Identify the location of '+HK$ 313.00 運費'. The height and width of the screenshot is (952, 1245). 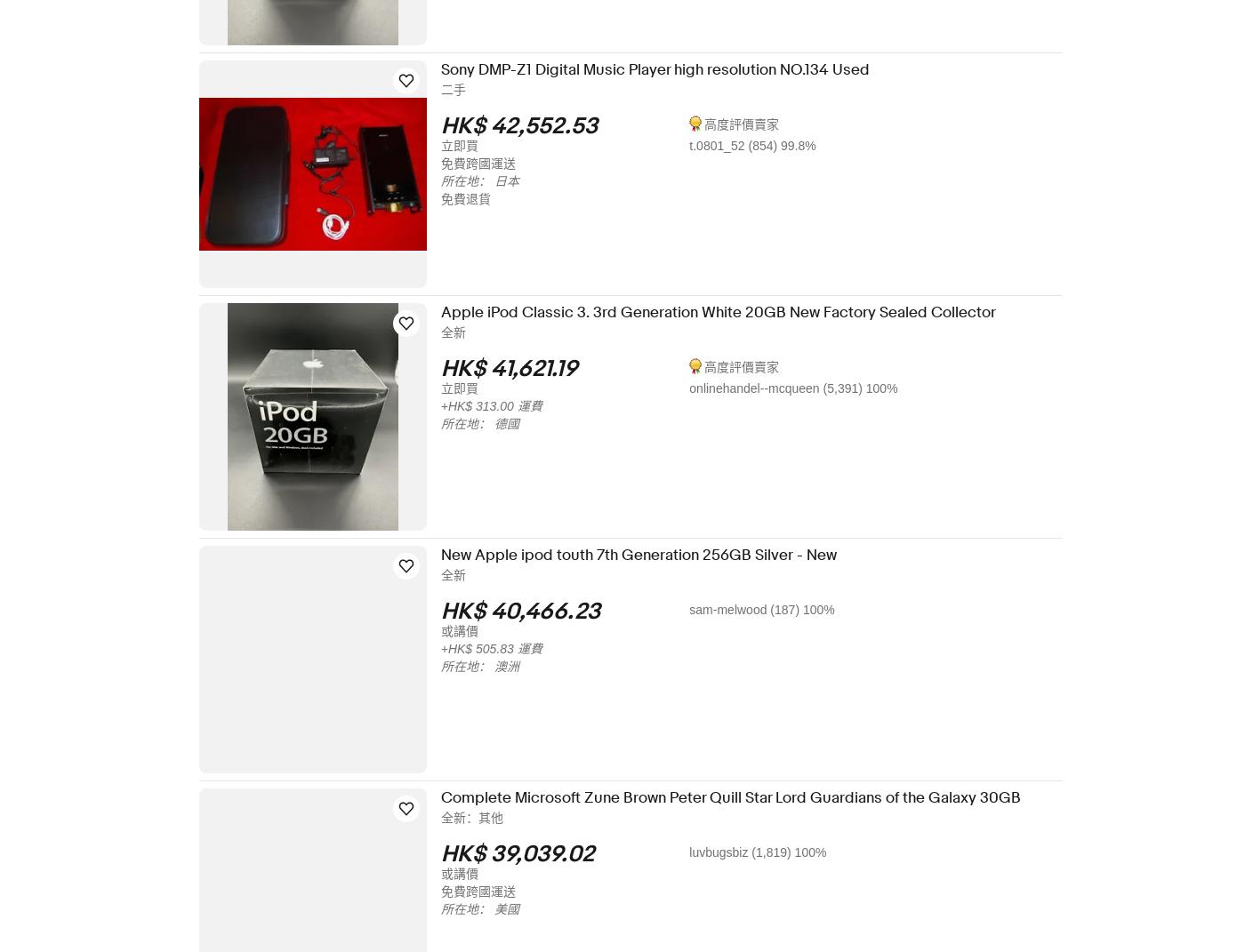
(503, 405).